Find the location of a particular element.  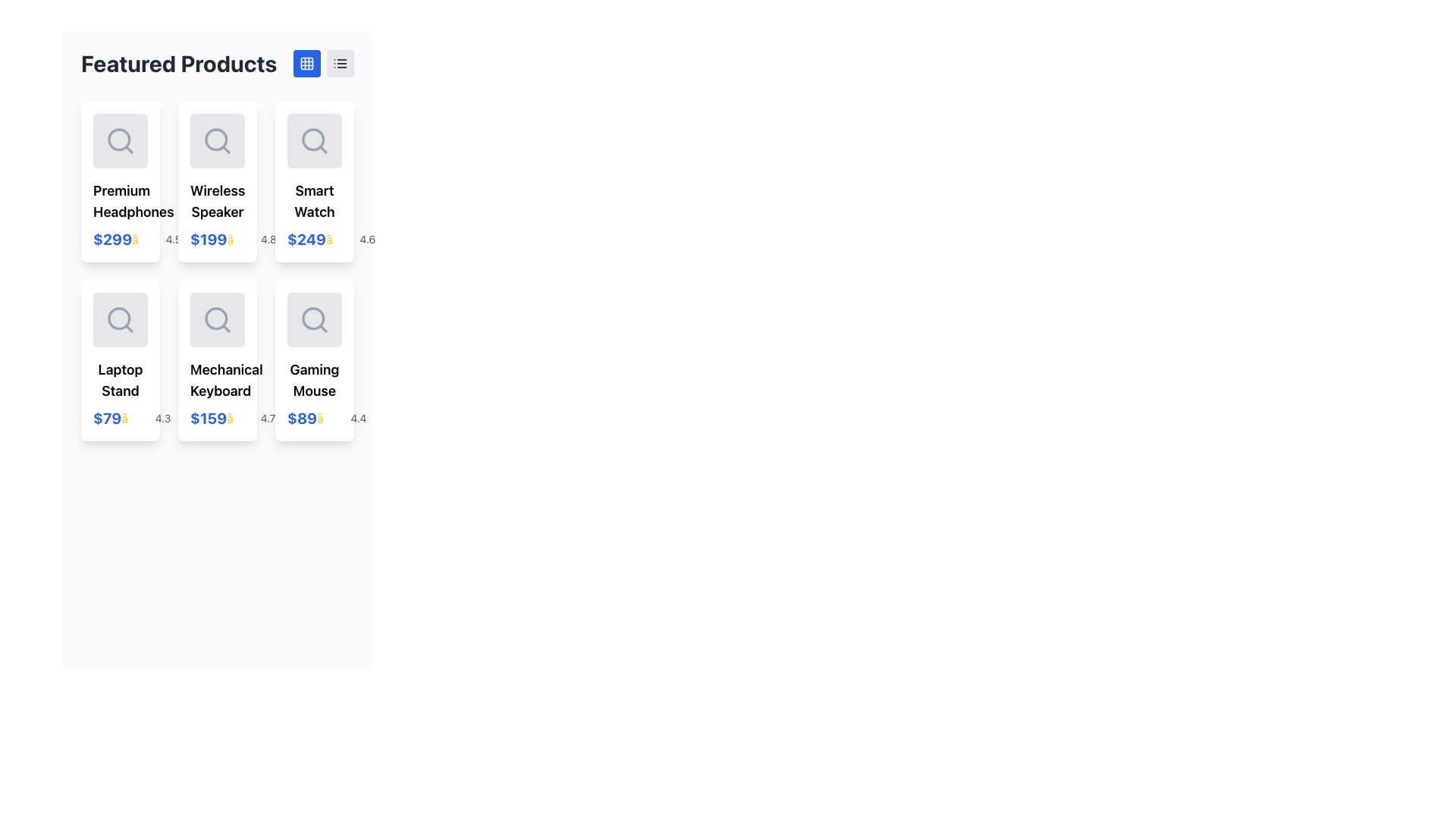

the toggle button (icon) located in the top-right corner of the 'Featured Products' section to switch to a list view format is located at coordinates (340, 63).